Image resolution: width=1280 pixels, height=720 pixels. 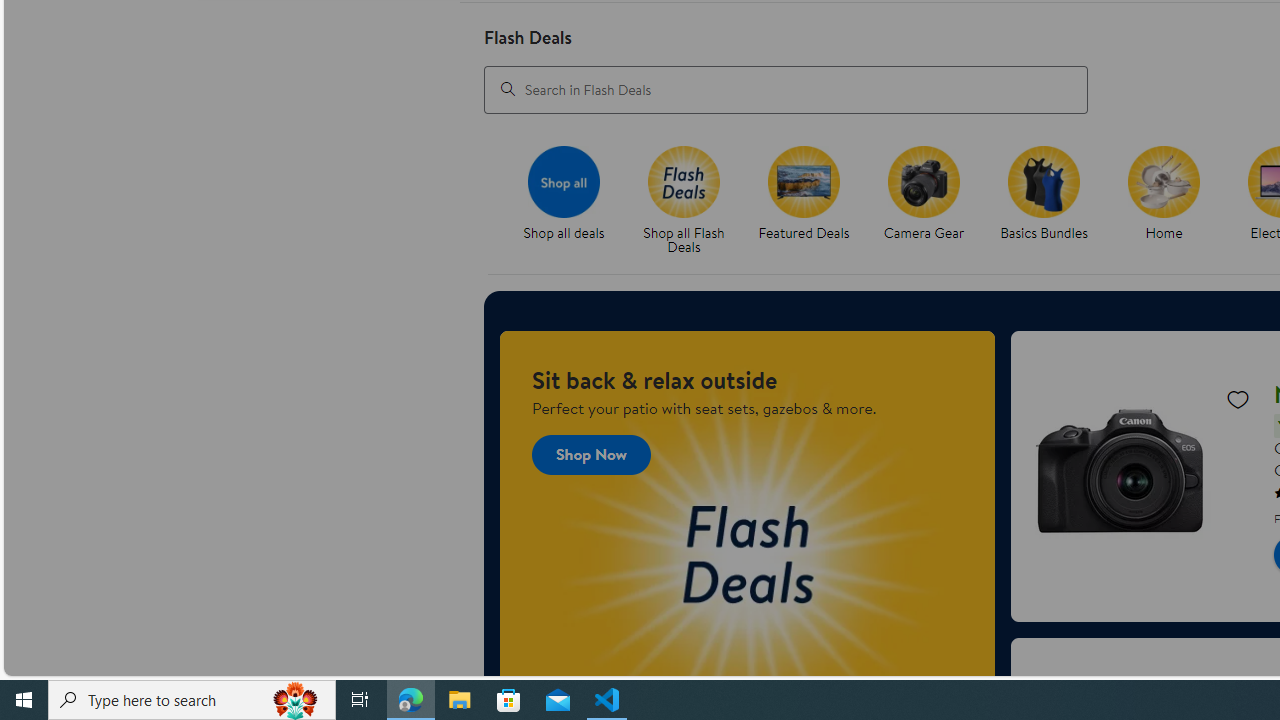 What do you see at coordinates (804, 194) in the screenshot?
I see `'Featured Deals Featured Deals'` at bounding box center [804, 194].